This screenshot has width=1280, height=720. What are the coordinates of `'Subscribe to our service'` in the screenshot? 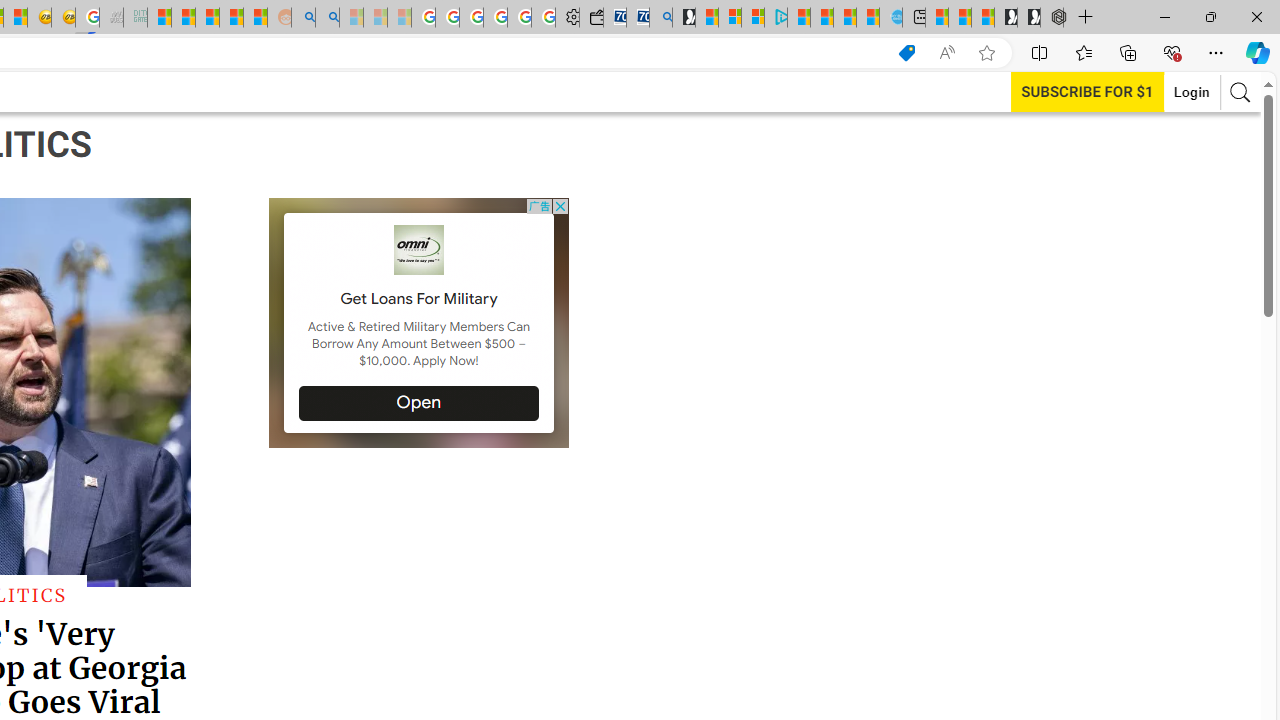 It's located at (1086, 91).